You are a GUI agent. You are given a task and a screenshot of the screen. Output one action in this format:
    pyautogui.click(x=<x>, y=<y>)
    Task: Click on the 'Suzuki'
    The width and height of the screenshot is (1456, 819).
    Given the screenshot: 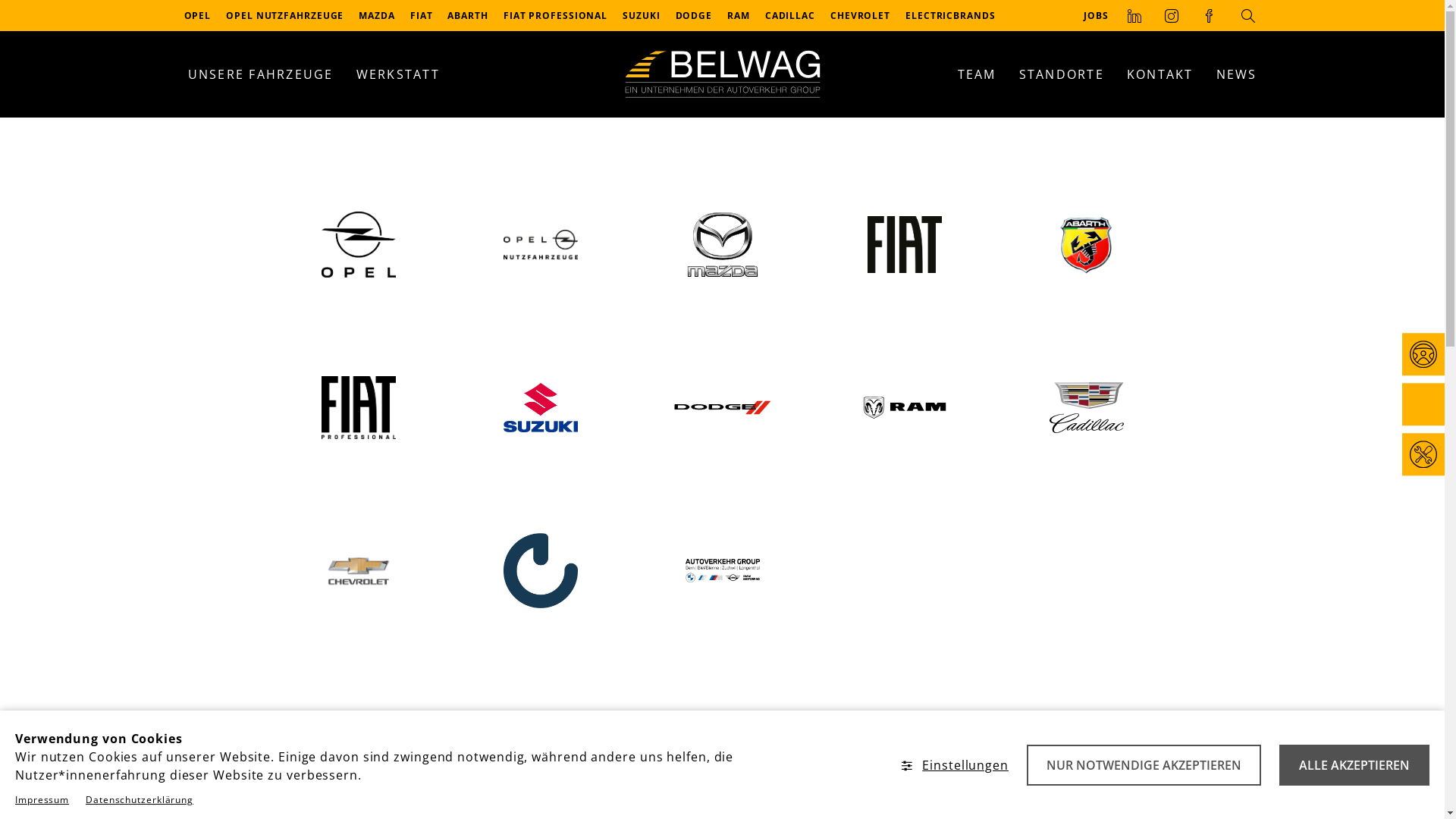 What is the action you would take?
    pyautogui.click(x=539, y=406)
    